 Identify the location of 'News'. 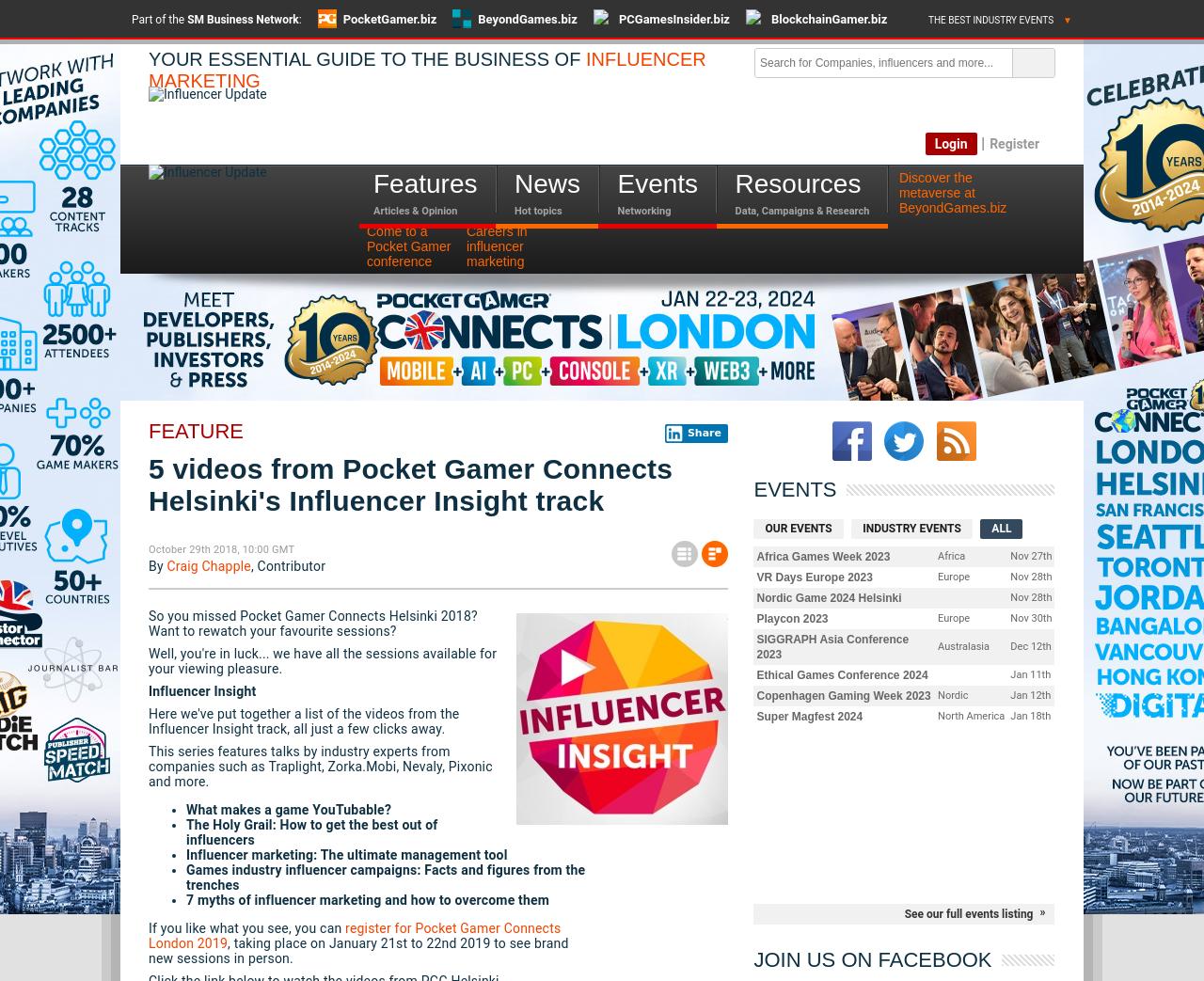
(546, 182).